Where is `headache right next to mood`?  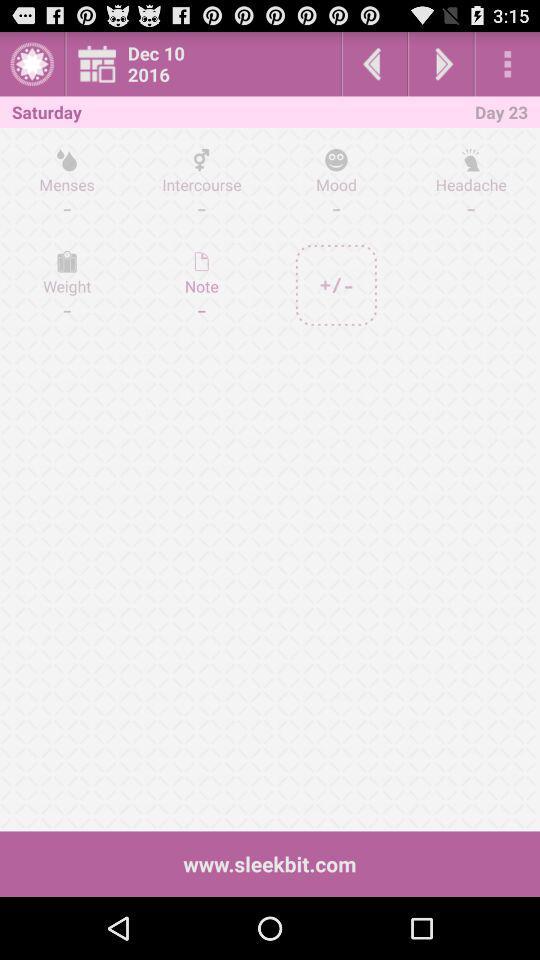
headache right next to mood is located at coordinates (470, 183).